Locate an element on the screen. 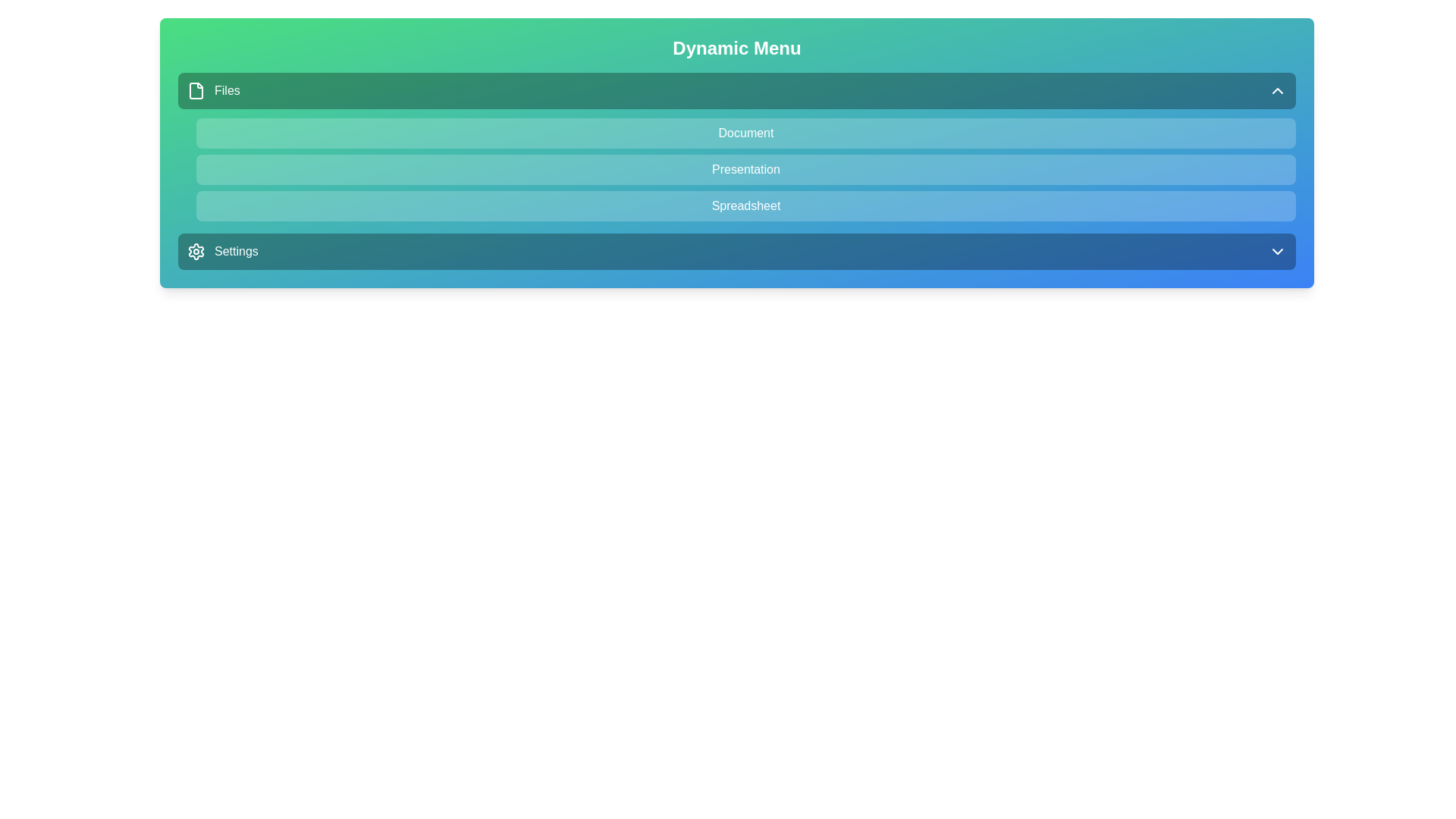 This screenshot has width=1456, height=819. the settings icon located at the bottom-right section of the main interface is located at coordinates (196, 250).